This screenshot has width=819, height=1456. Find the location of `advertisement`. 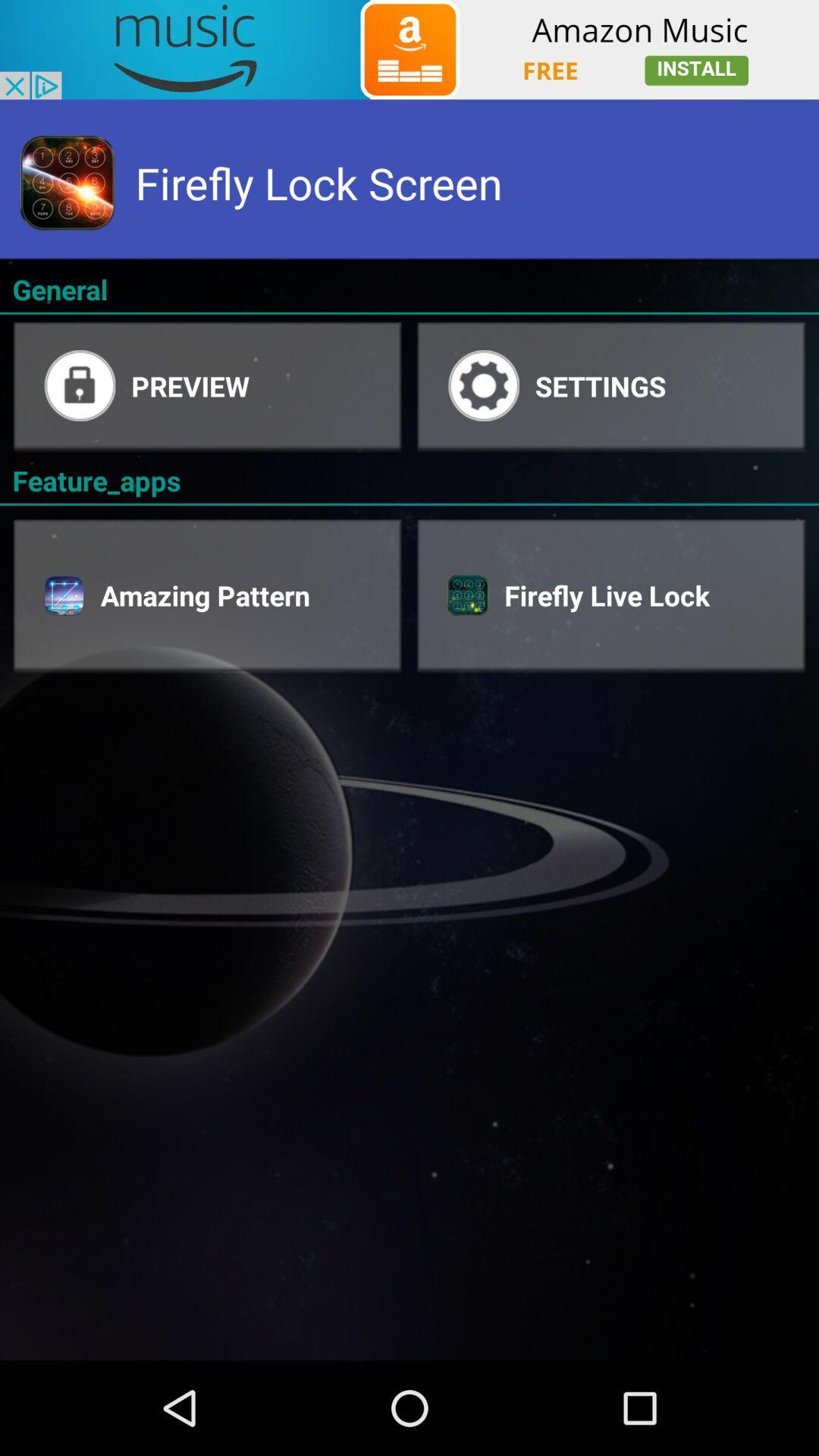

advertisement is located at coordinates (409, 49).